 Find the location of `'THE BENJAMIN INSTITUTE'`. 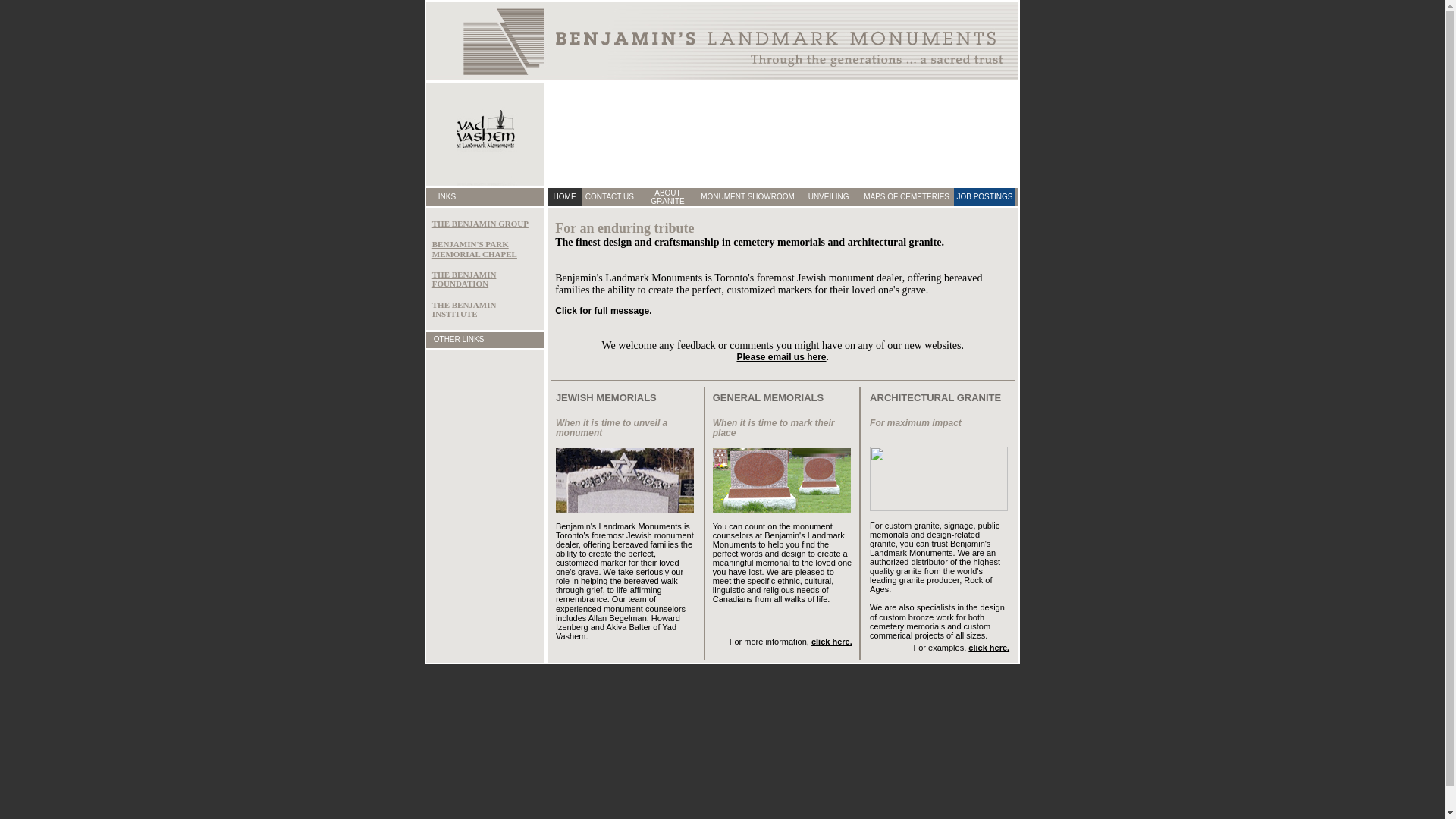

'THE BENJAMIN INSTITUTE' is located at coordinates (463, 309).